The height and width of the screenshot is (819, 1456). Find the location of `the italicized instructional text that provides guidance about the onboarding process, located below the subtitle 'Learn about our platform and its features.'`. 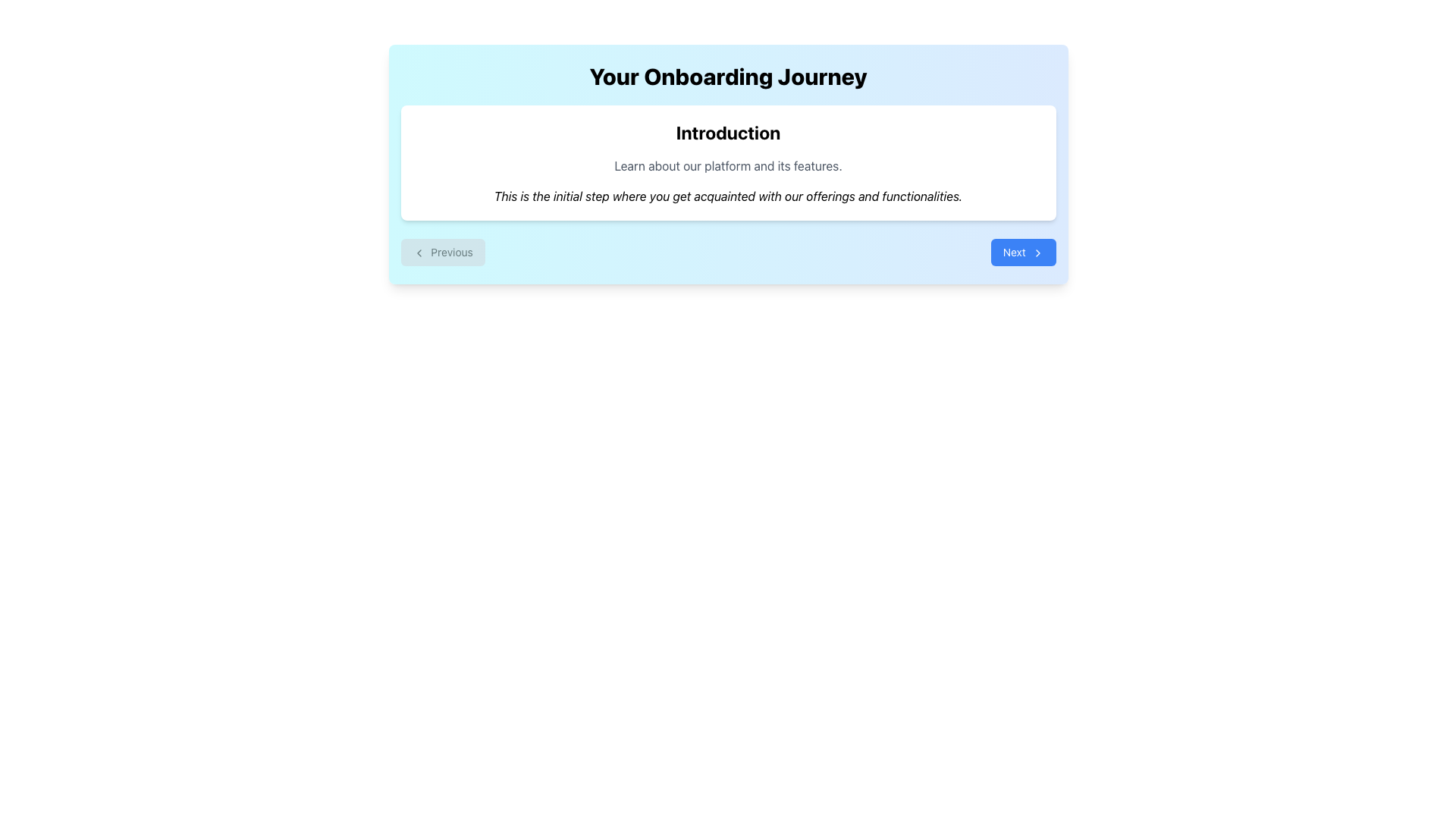

the italicized instructional text that provides guidance about the onboarding process, located below the subtitle 'Learn about our platform and its features.' is located at coordinates (728, 195).